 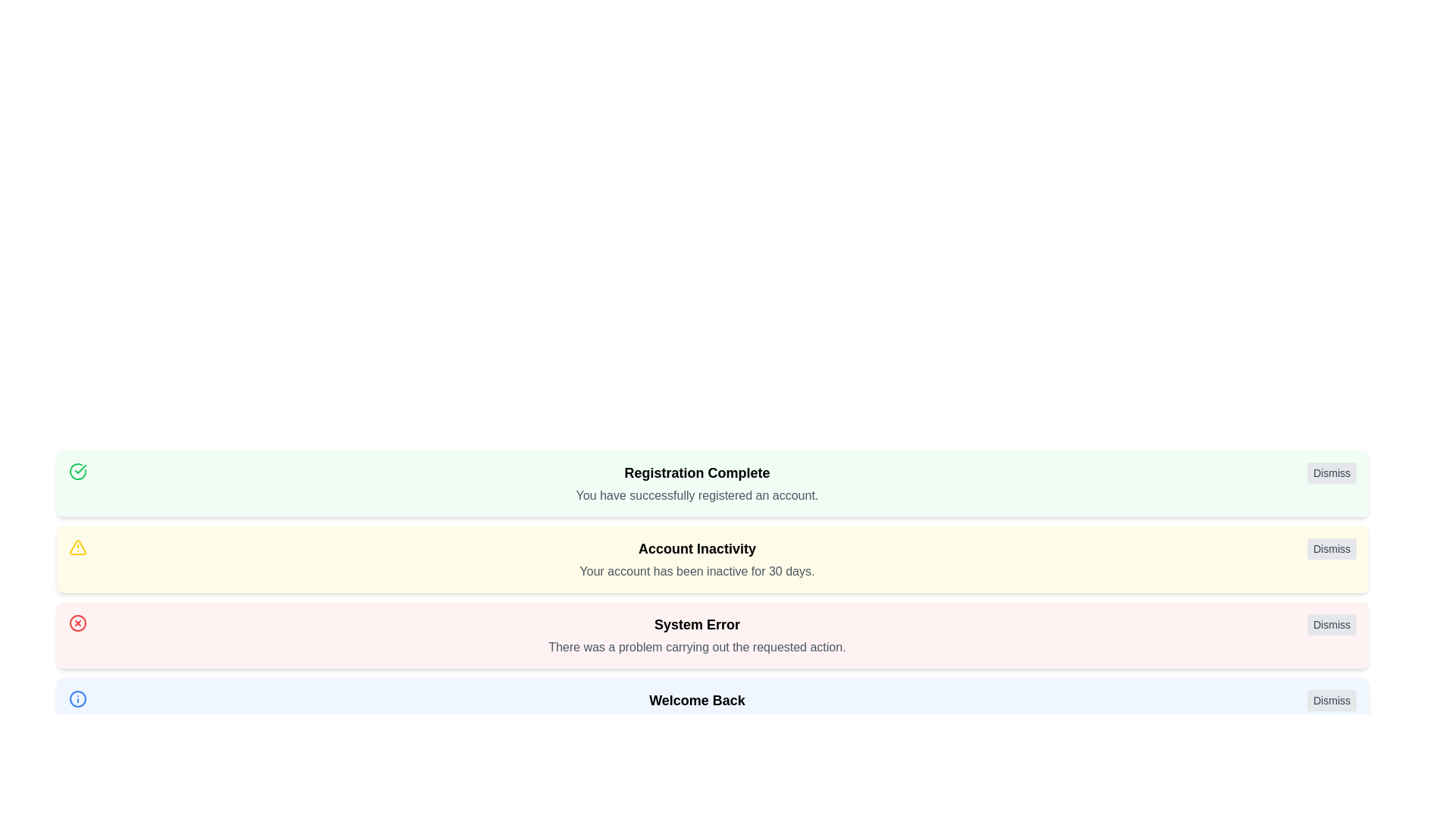 I want to click on the error icon indicating 'System Error' located on the third row of the notification list, so click(x=77, y=623).